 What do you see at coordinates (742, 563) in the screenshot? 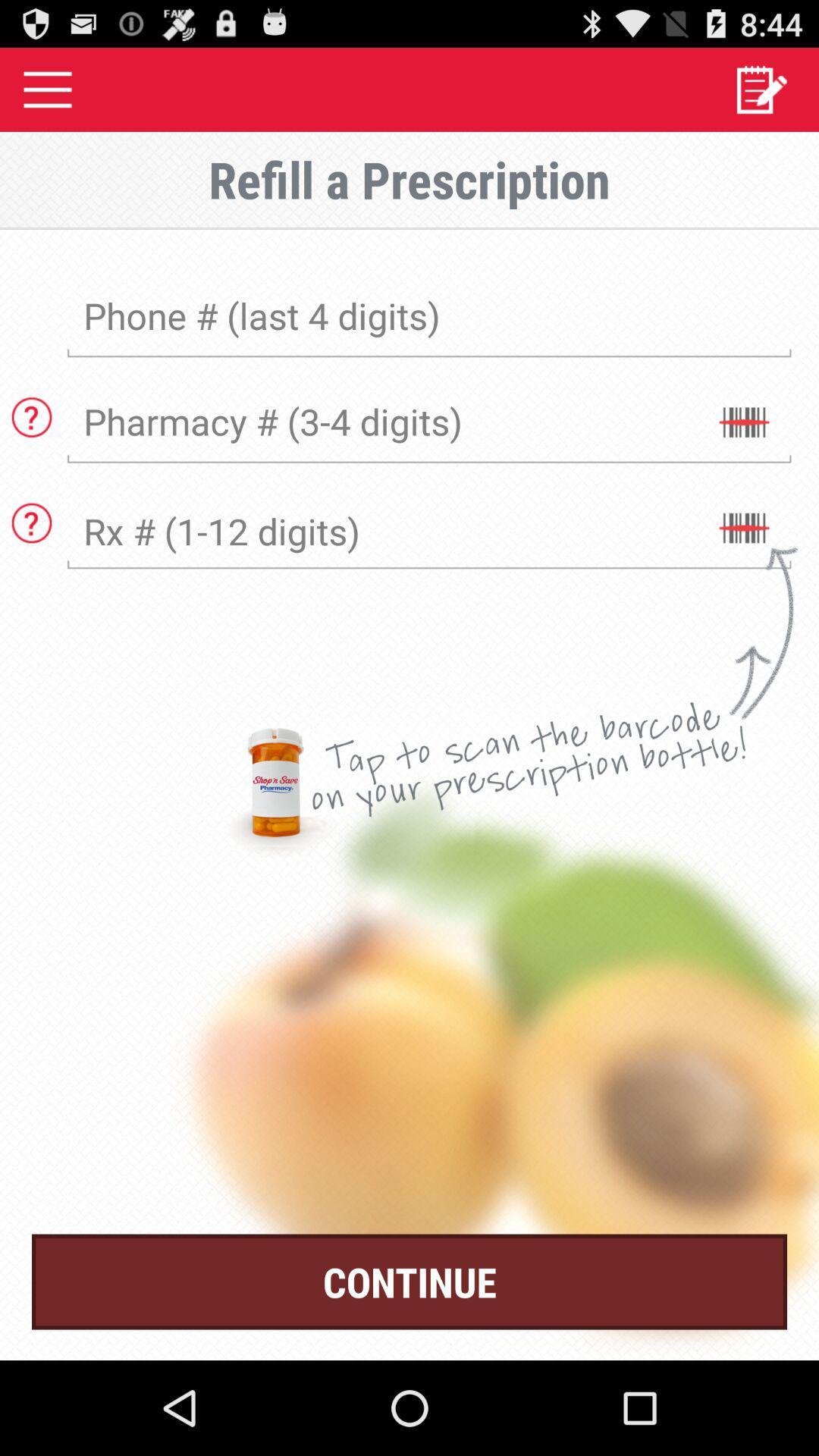
I see `the sliders icon` at bounding box center [742, 563].